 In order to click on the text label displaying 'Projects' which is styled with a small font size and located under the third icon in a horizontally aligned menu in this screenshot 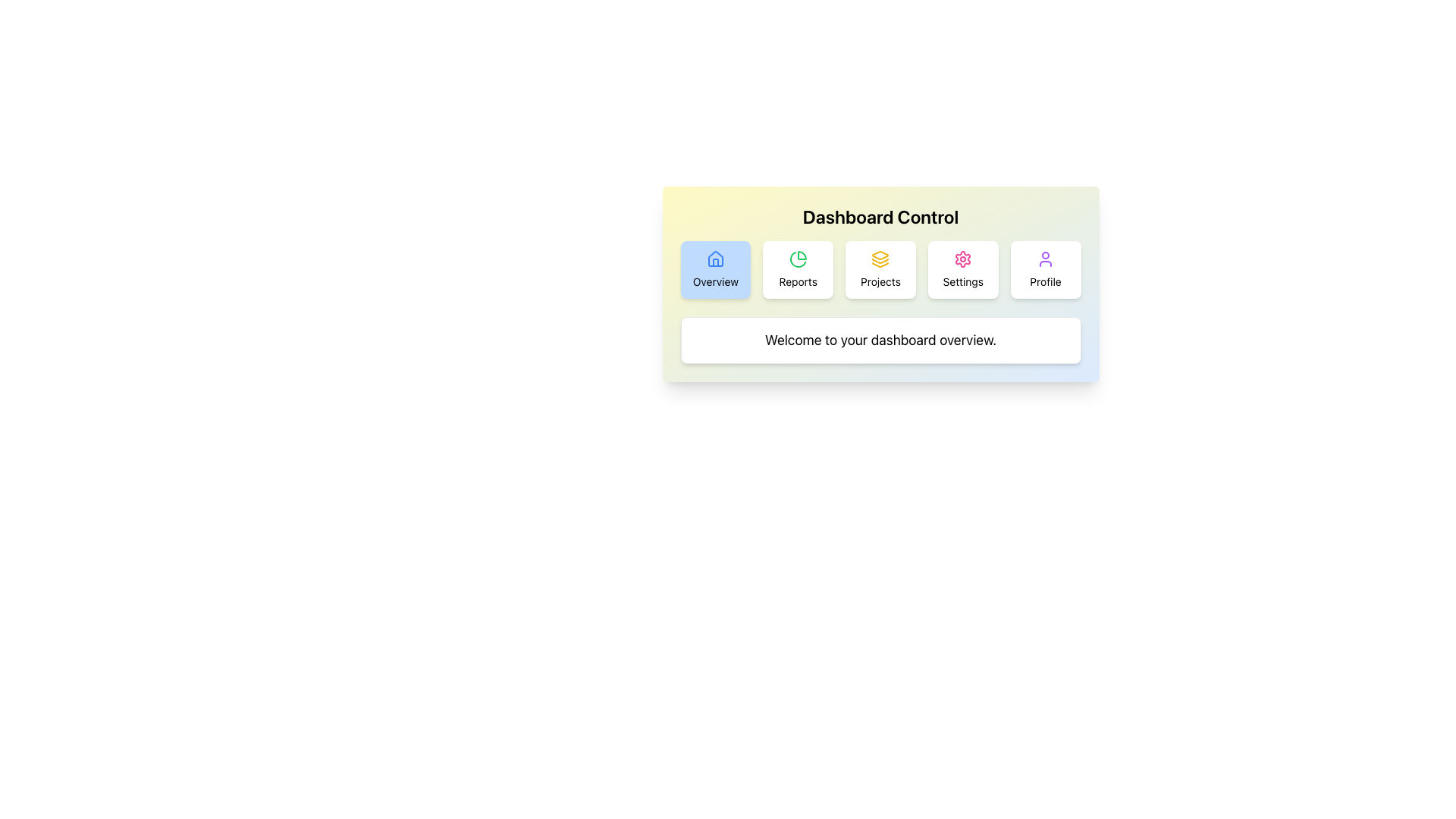, I will do `click(880, 281)`.